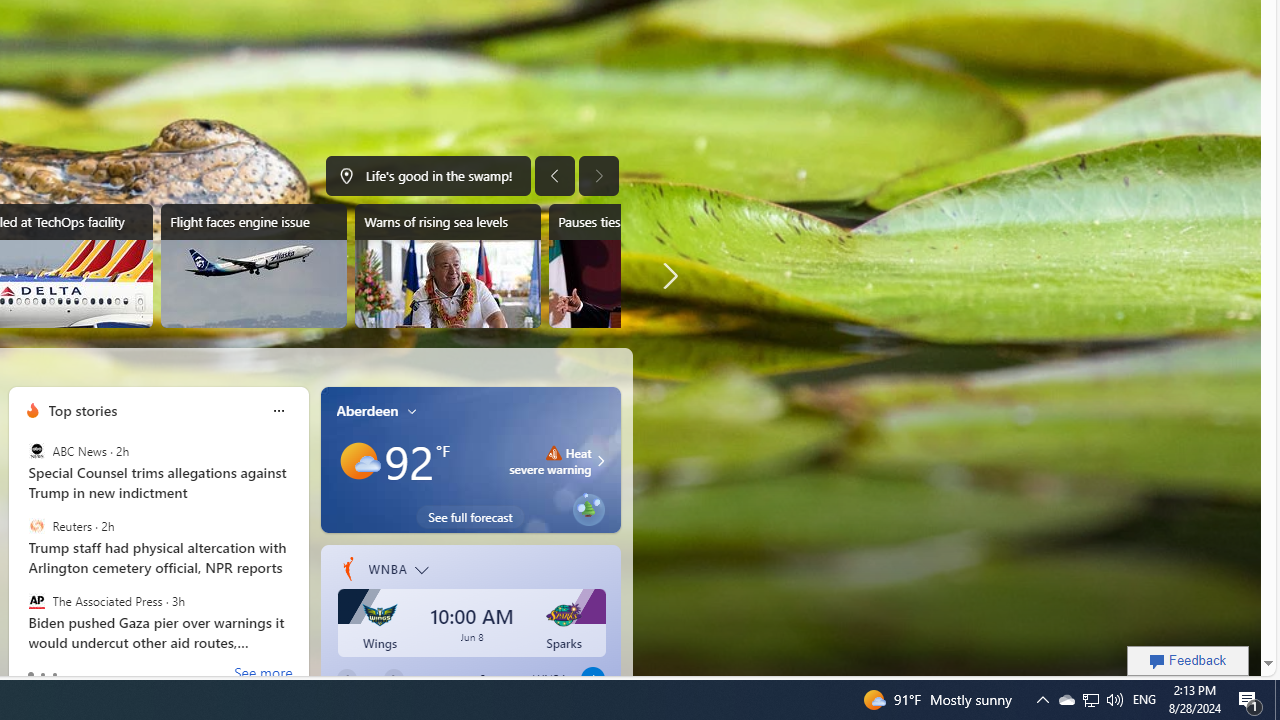  I want to click on 'See more', so click(262, 675).